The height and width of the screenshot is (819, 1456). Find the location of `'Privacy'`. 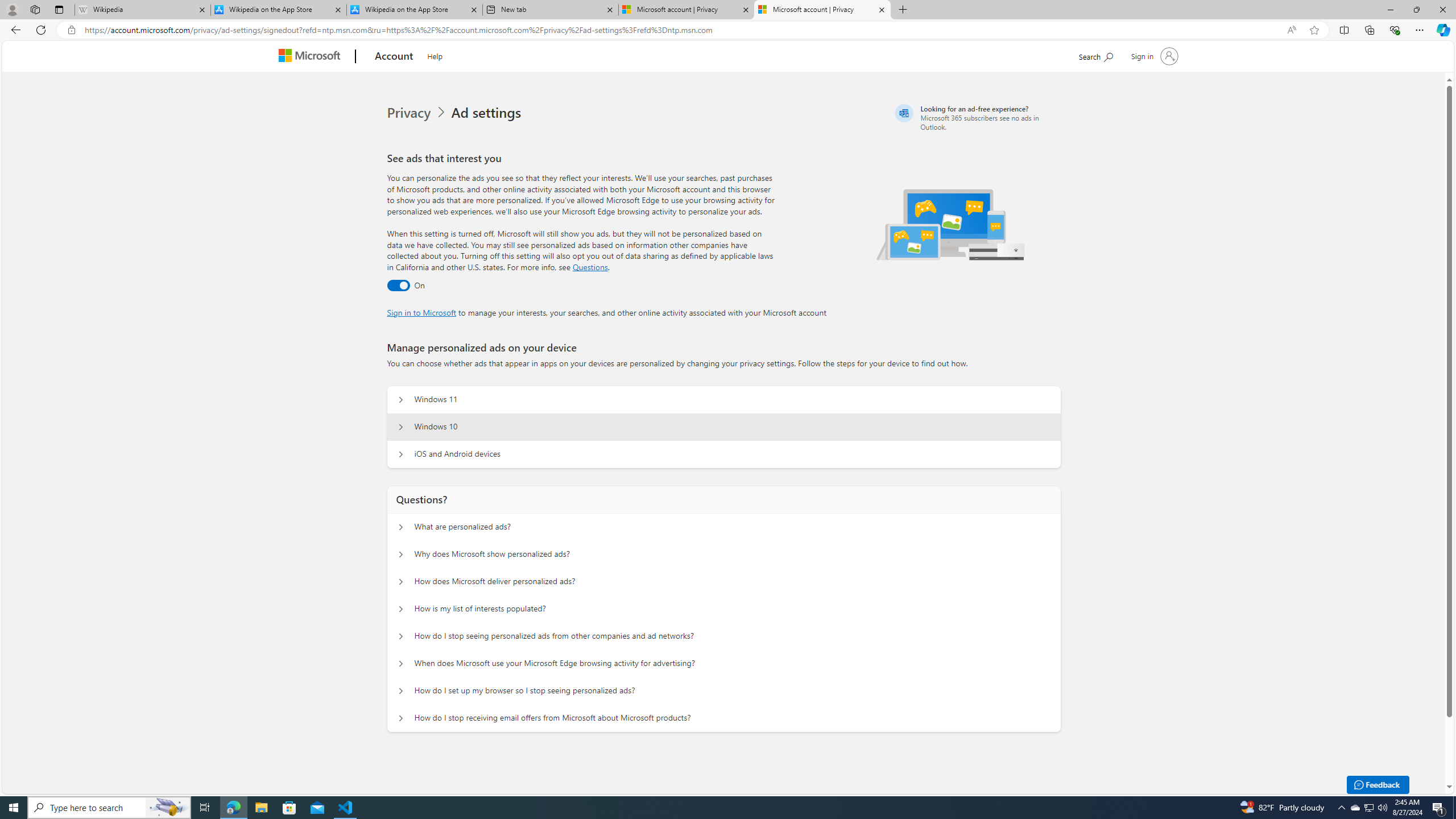

'Privacy' is located at coordinates (410, 113).